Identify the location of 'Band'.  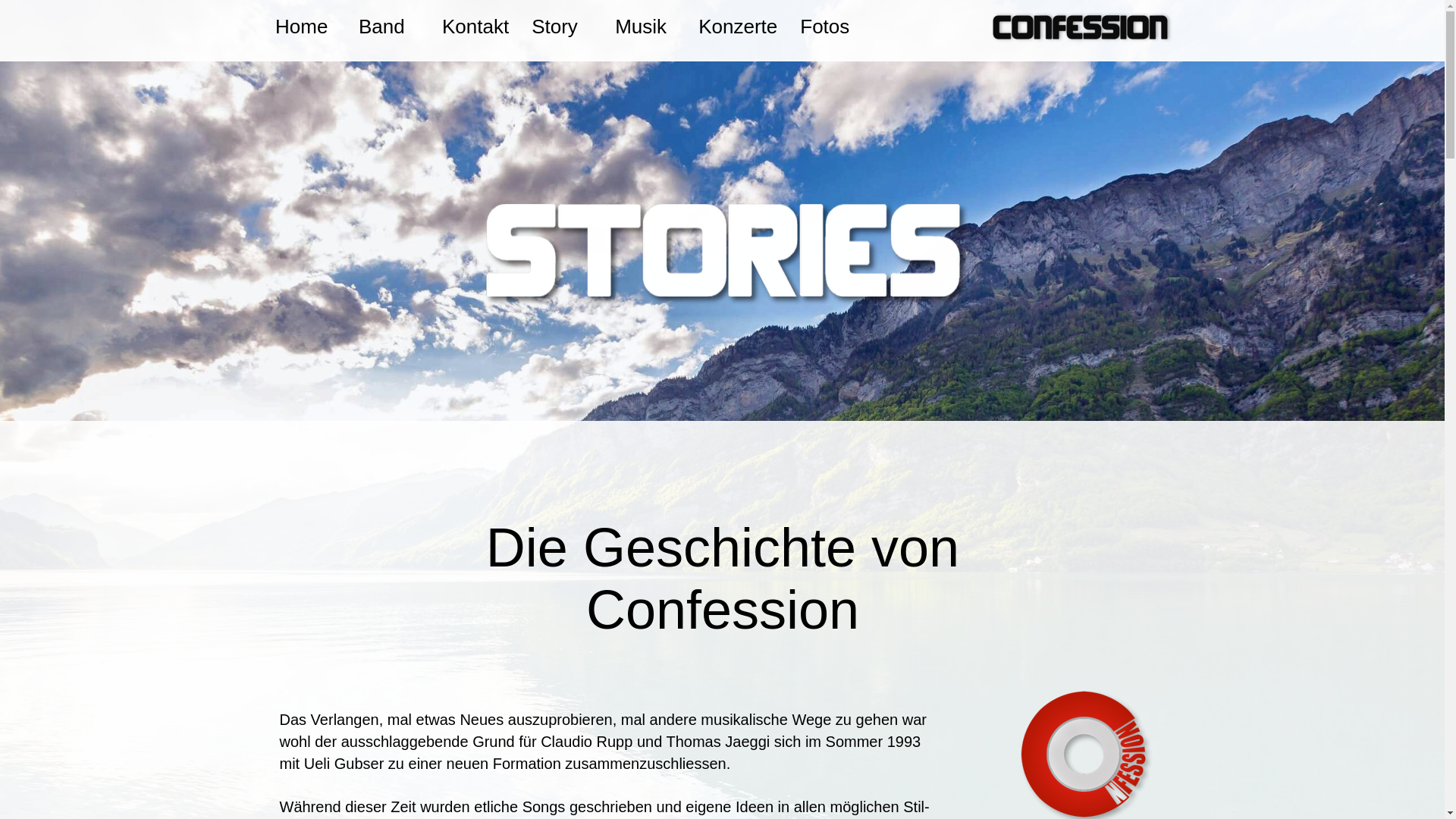
(389, 26).